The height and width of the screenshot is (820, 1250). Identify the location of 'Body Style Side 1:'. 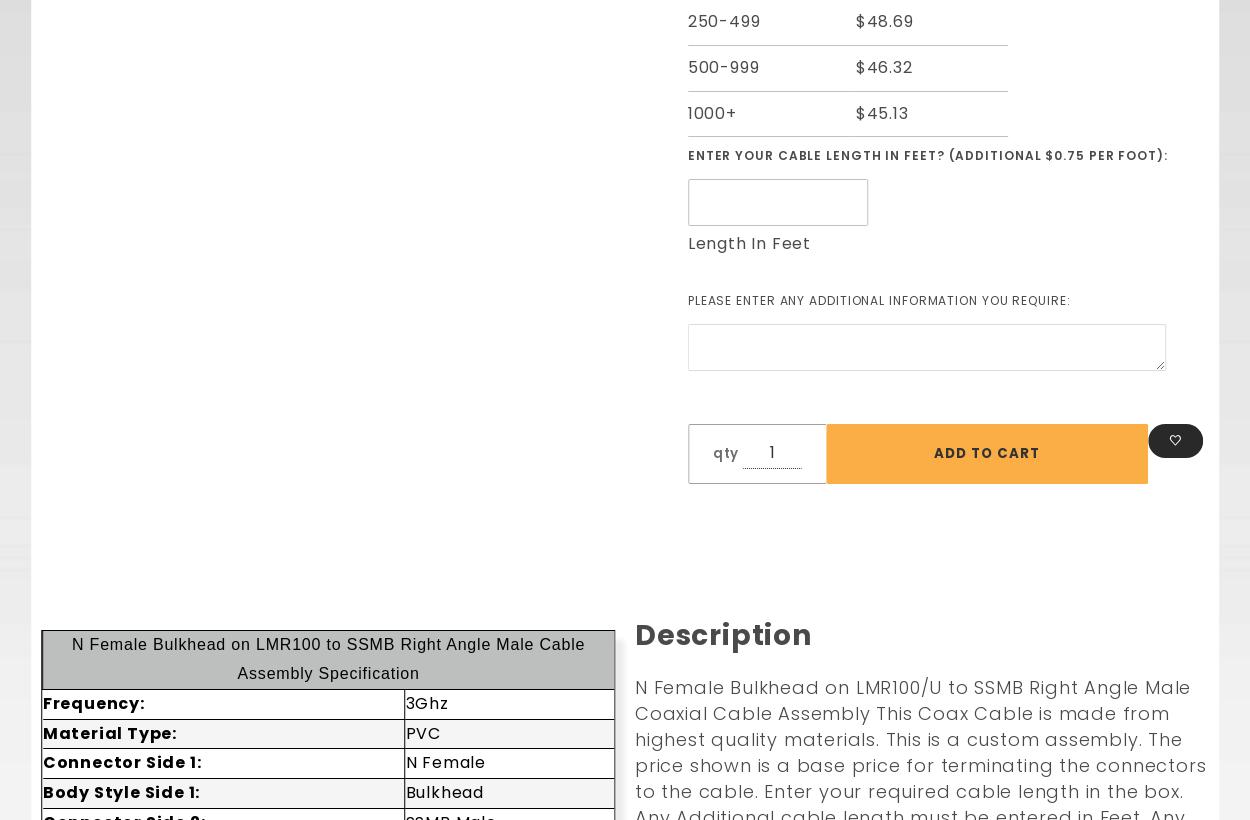
(120, 792).